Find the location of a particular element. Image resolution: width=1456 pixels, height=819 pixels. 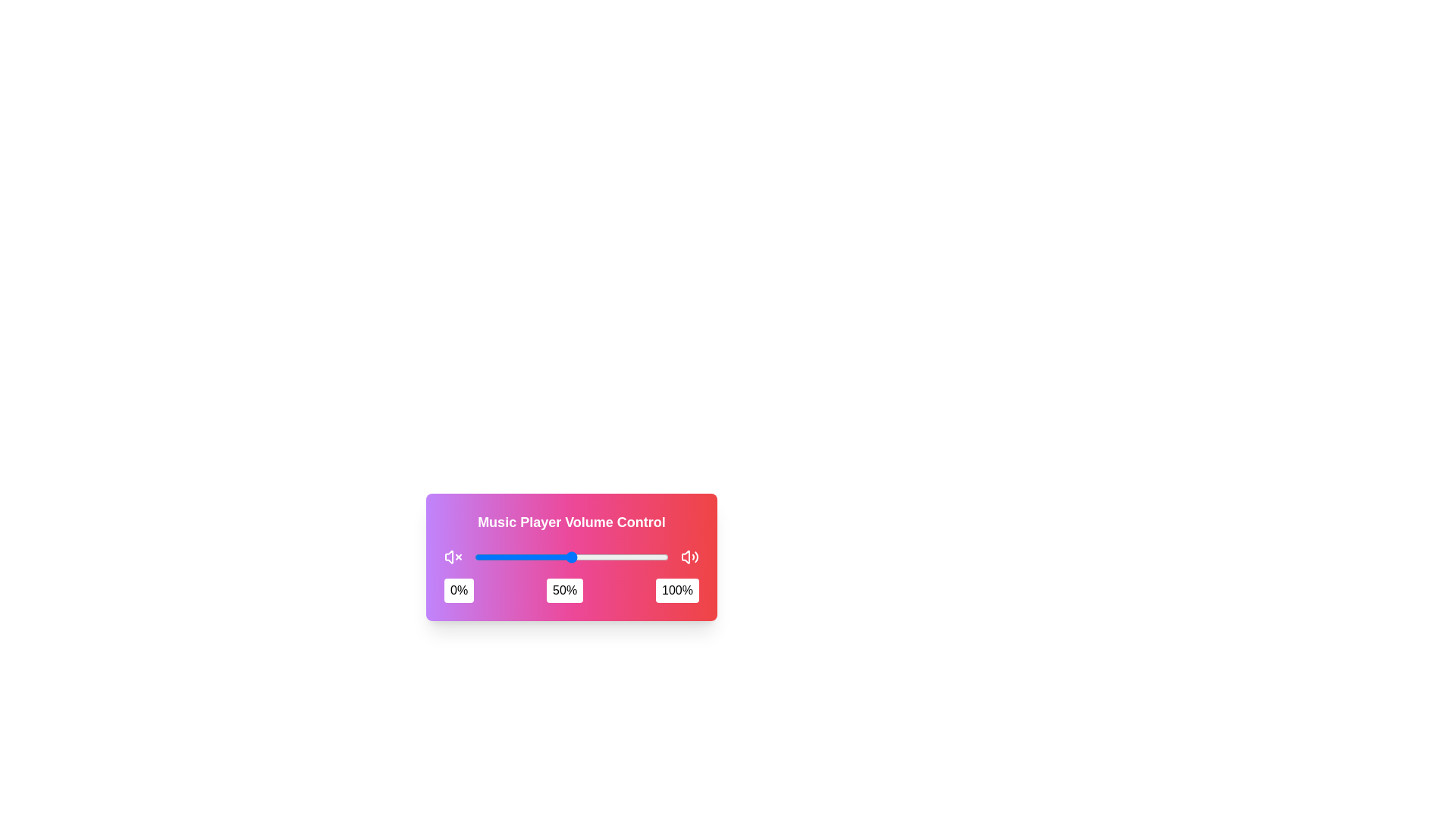

the slider to set the volume to 57% is located at coordinates (584, 557).